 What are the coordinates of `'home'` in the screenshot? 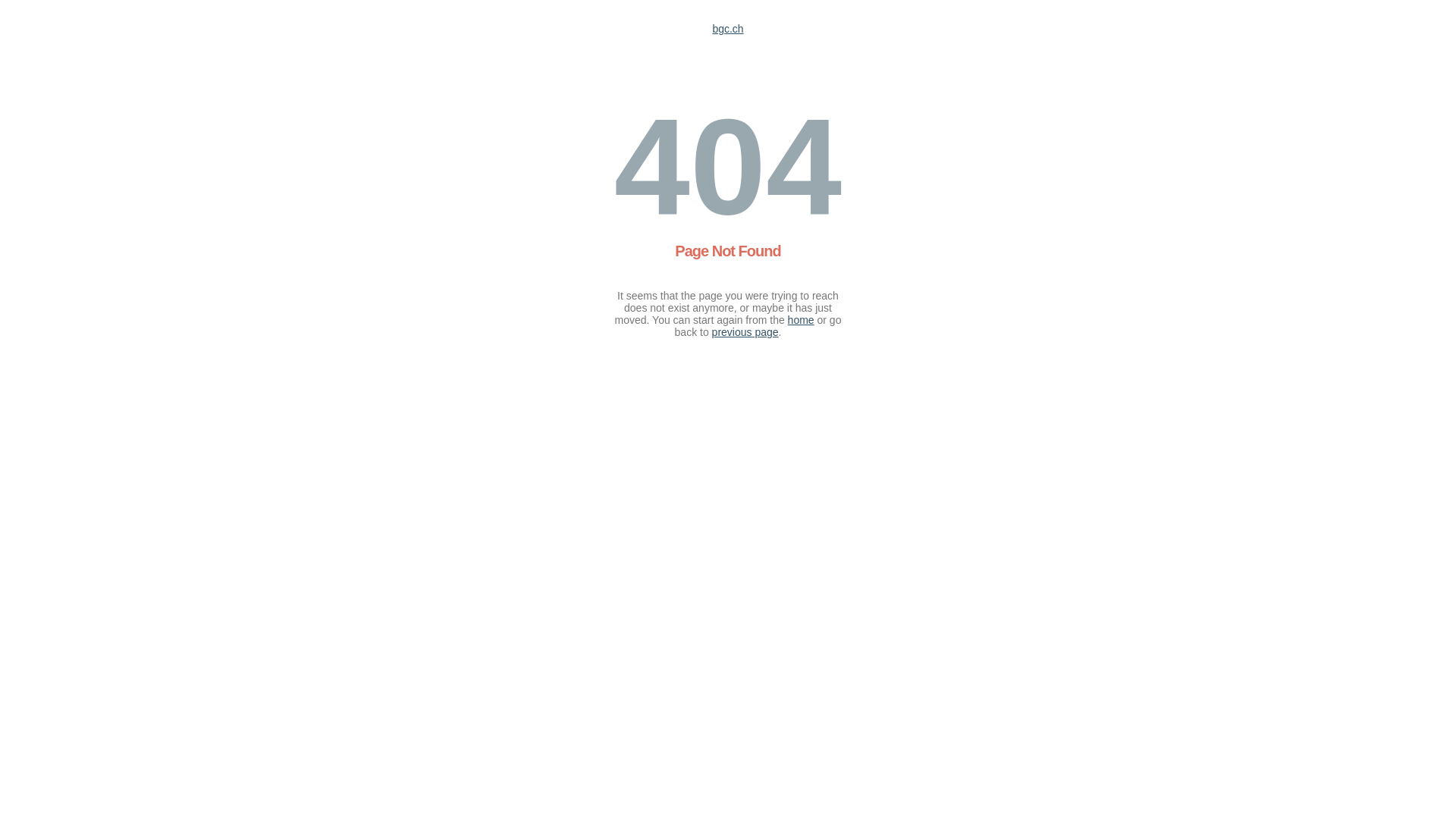 It's located at (787, 318).